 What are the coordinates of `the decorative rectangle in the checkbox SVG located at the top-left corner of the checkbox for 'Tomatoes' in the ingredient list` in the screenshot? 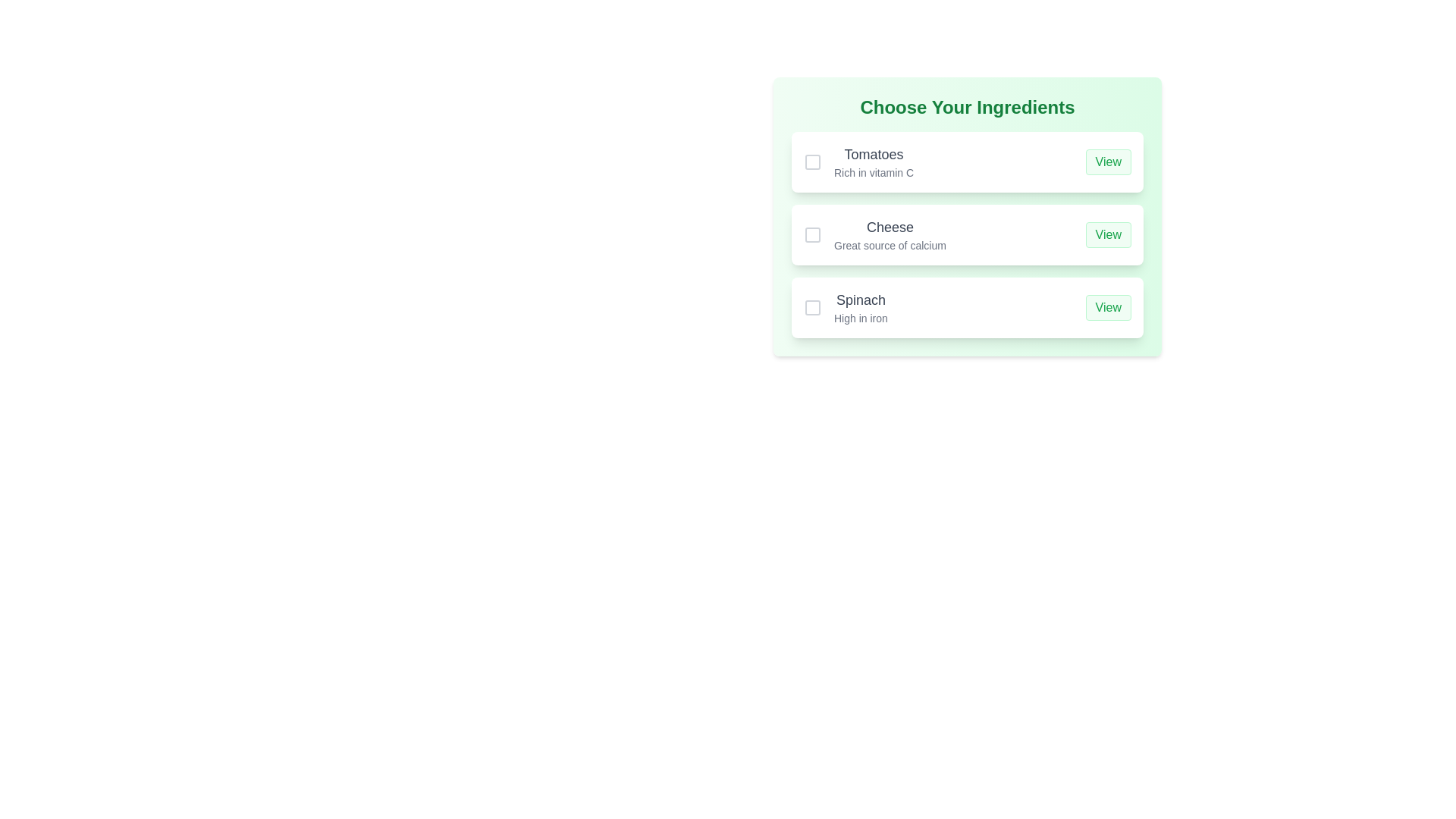 It's located at (811, 162).